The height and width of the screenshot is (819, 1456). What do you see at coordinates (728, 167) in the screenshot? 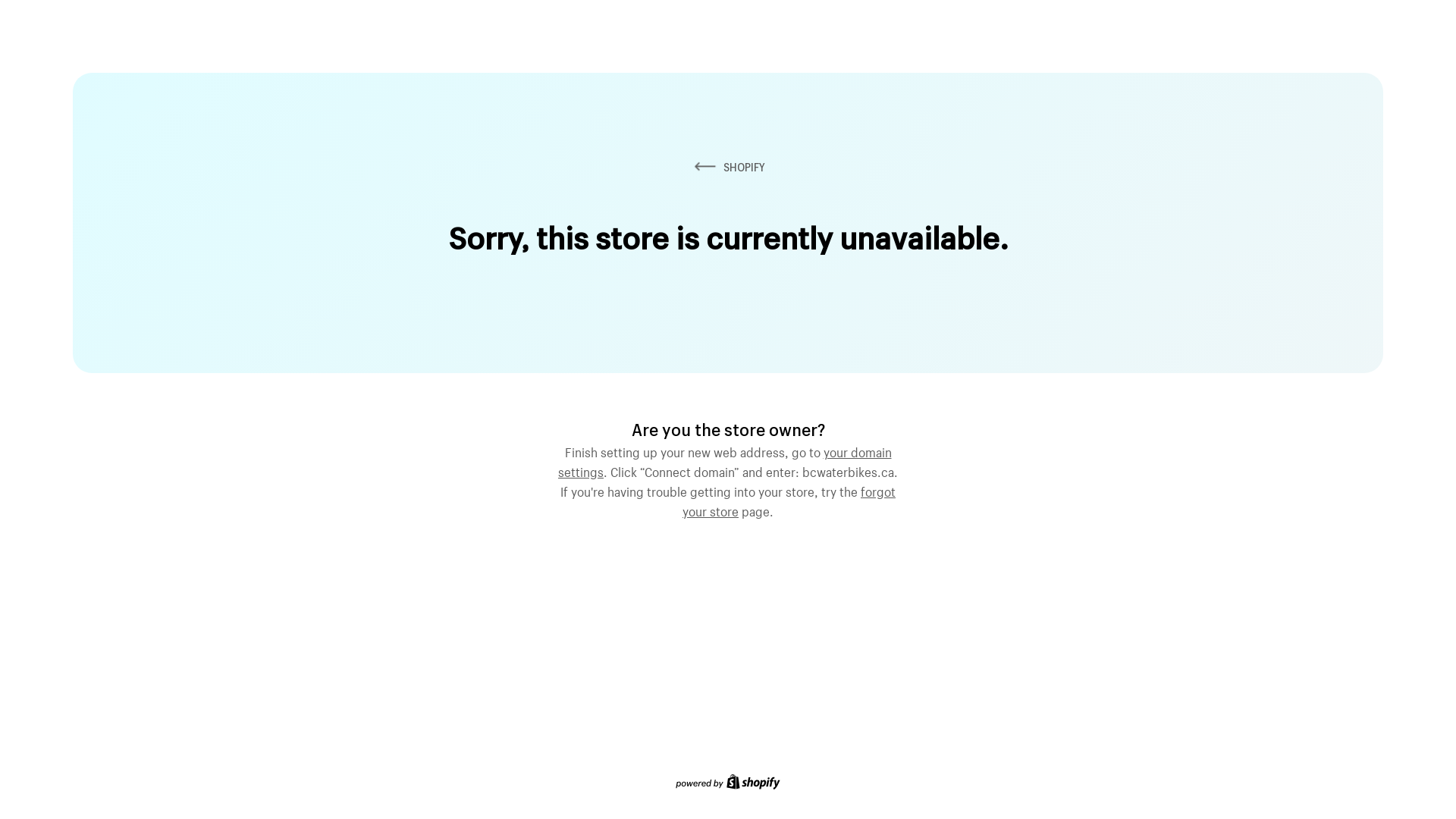
I see `'SHOPIFY'` at bounding box center [728, 167].